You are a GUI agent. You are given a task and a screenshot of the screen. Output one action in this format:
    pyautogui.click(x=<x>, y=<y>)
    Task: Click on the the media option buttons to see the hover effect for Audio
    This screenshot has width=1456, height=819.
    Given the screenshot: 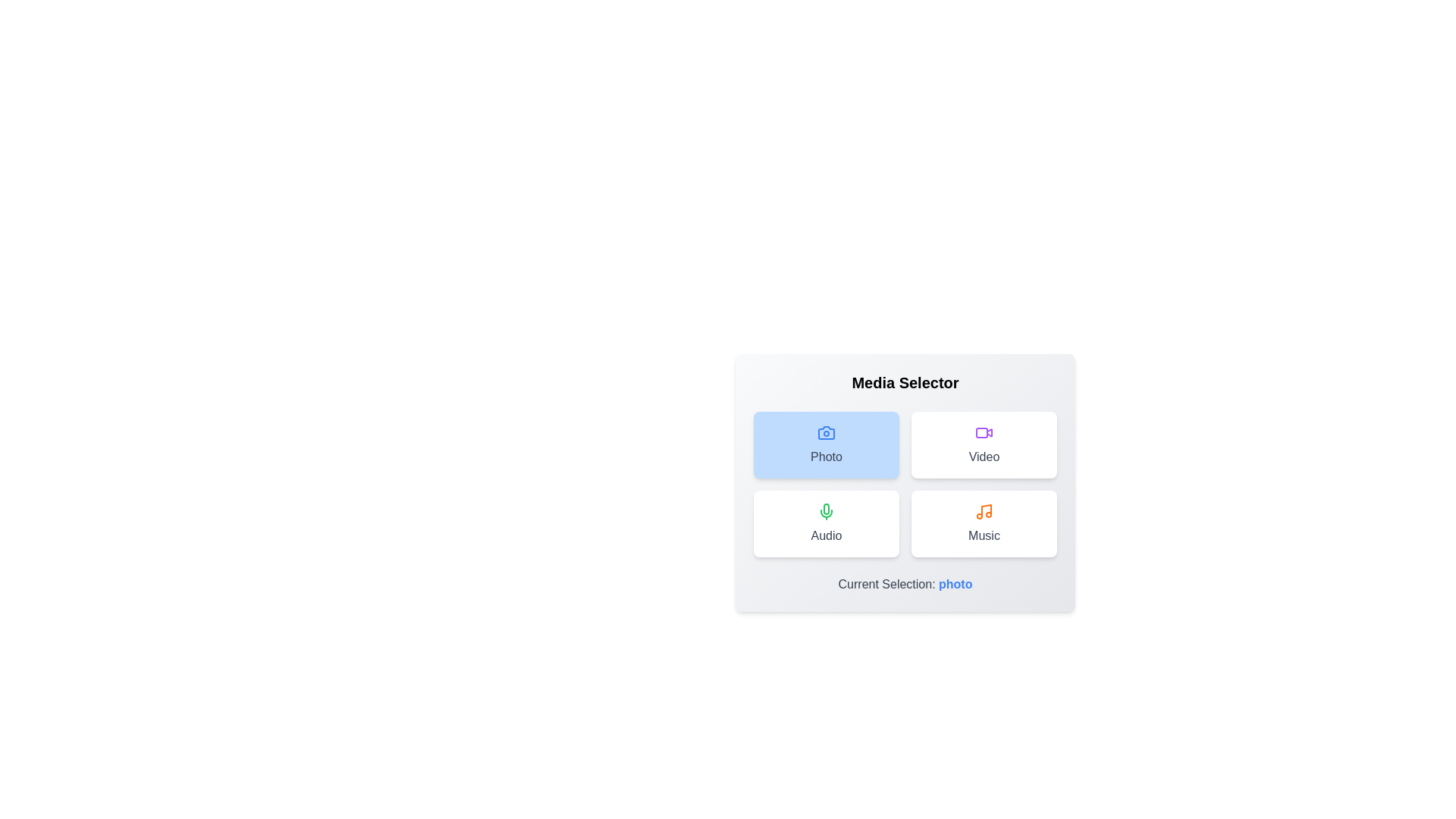 What is the action you would take?
    pyautogui.click(x=825, y=522)
    